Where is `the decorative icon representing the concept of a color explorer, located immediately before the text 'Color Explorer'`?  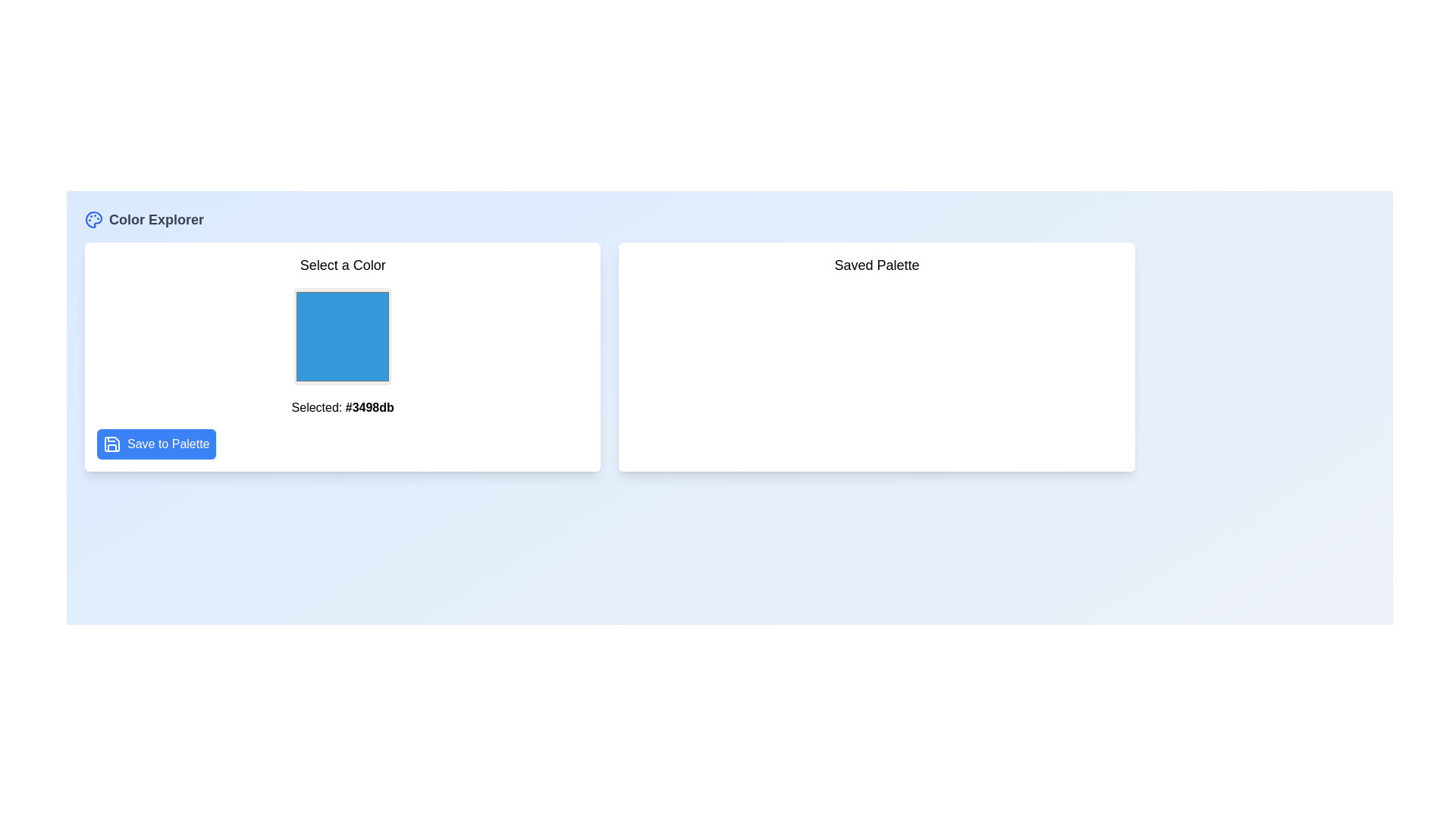 the decorative icon representing the concept of a color explorer, located immediately before the text 'Color Explorer' is located at coordinates (93, 219).